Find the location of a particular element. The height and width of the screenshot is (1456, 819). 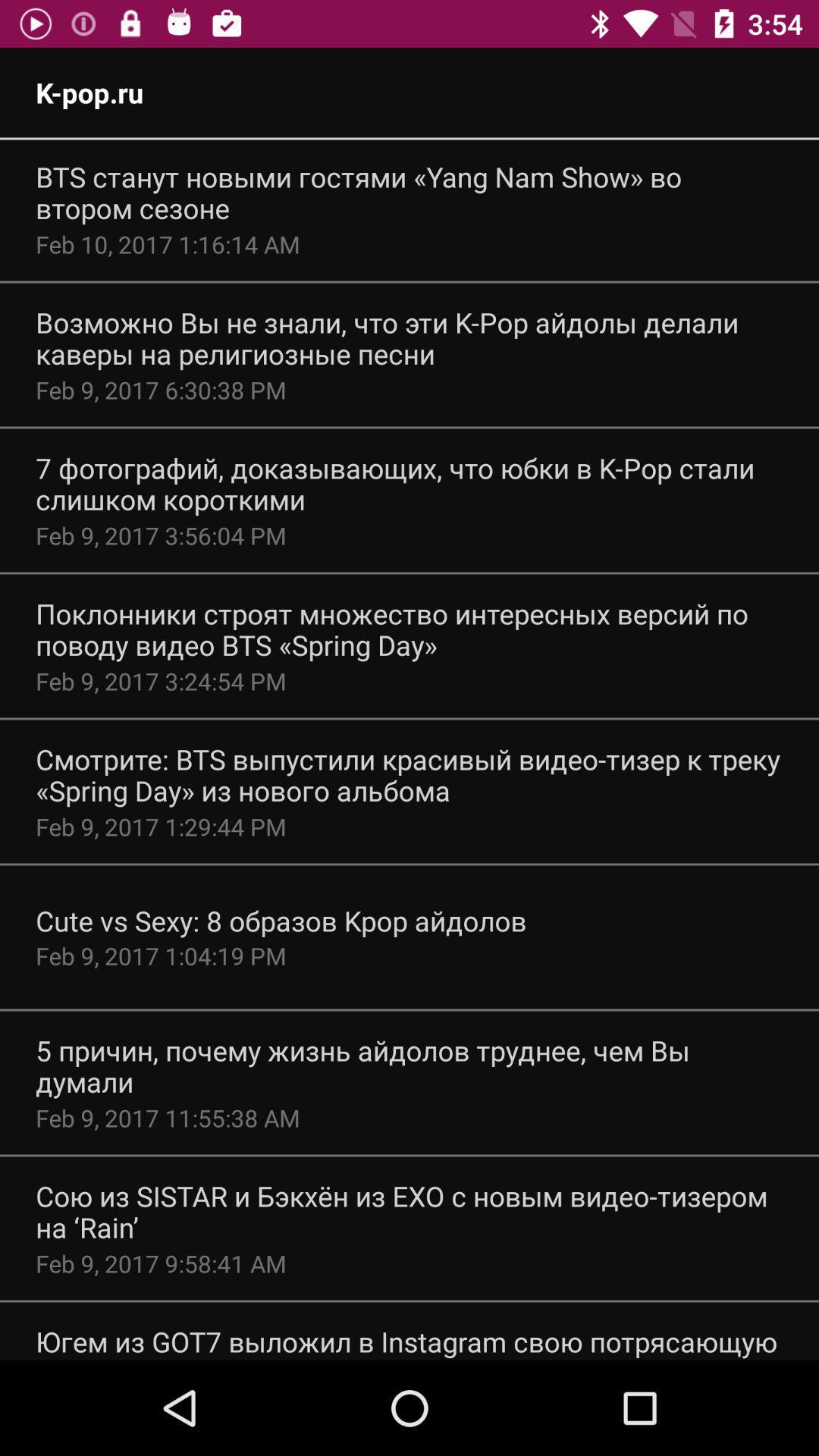

the item above the feb 9 2017 icon is located at coordinates (409, 1211).